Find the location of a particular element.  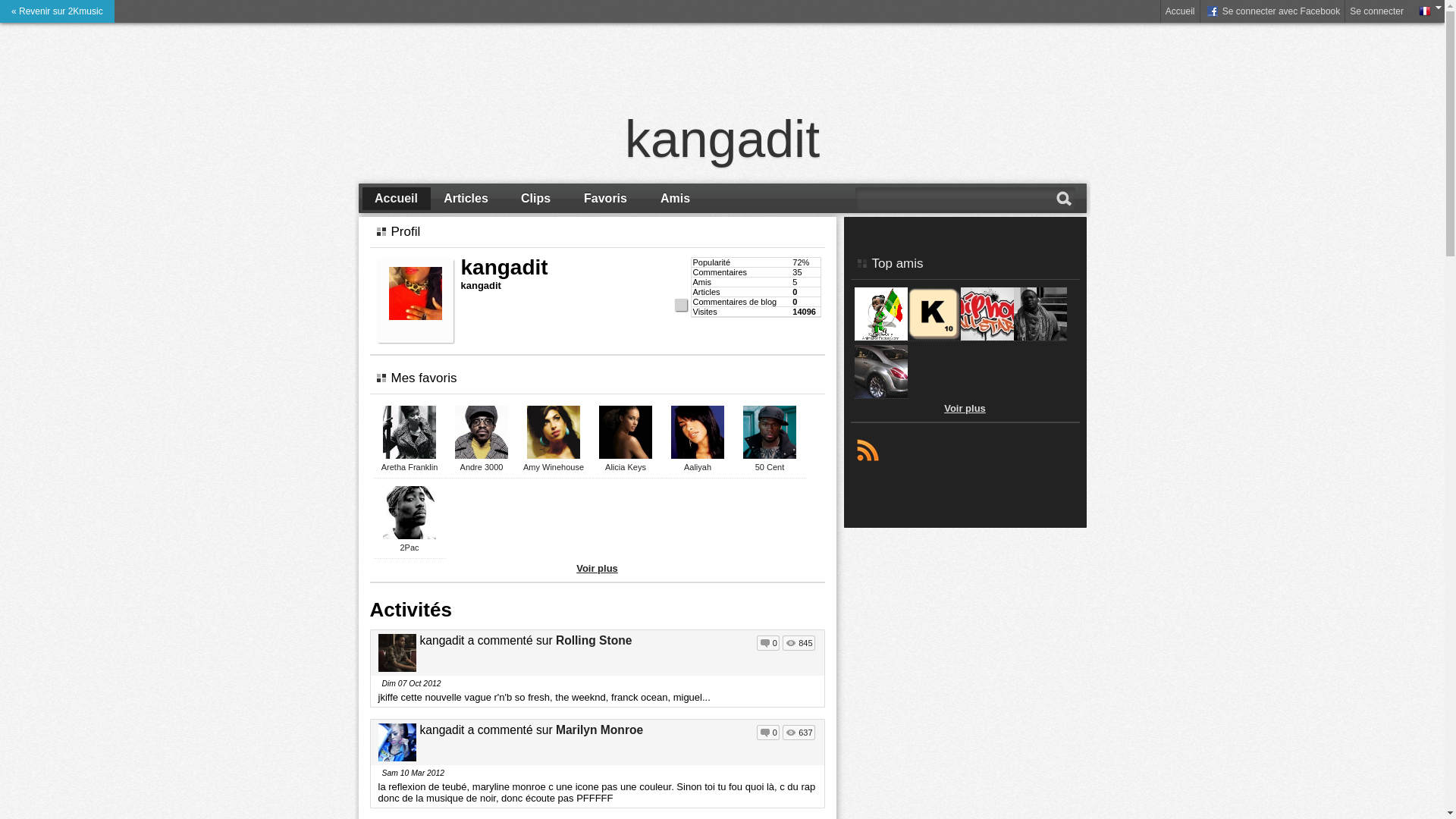

'Alicia Keys' is located at coordinates (626, 466).